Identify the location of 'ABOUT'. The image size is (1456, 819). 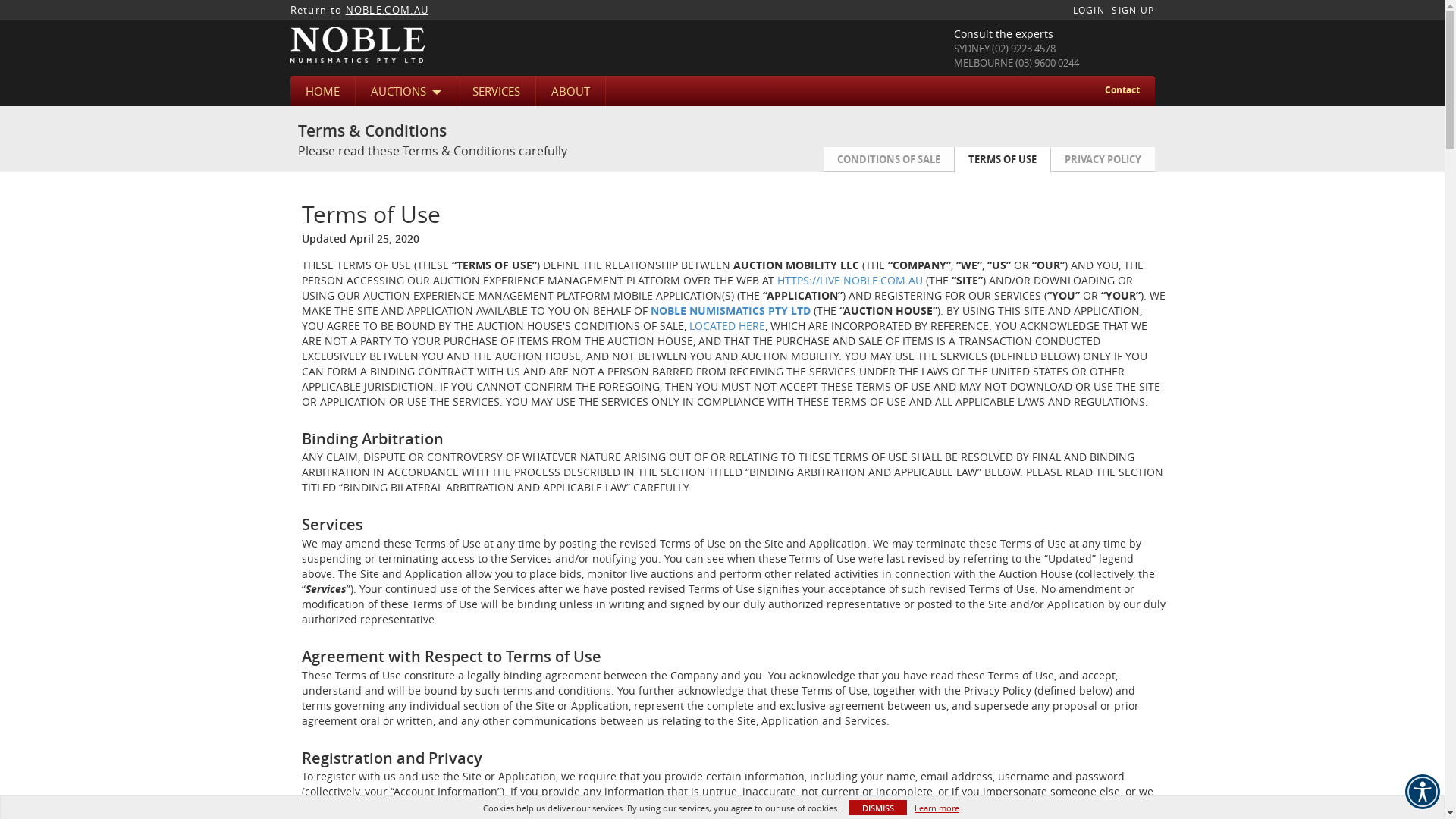
(569, 90).